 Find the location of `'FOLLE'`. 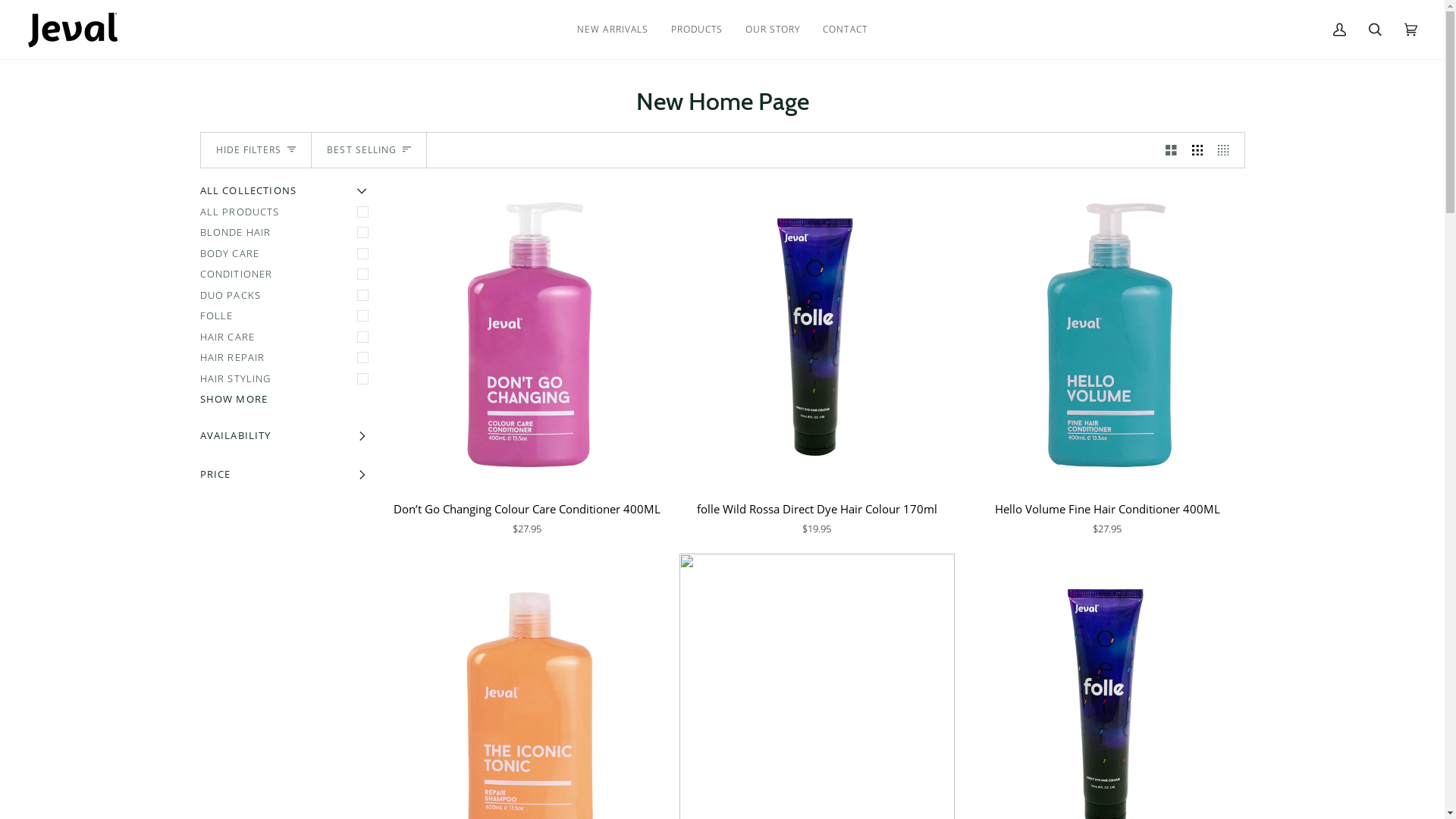

'FOLLE' is located at coordinates (287, 315).